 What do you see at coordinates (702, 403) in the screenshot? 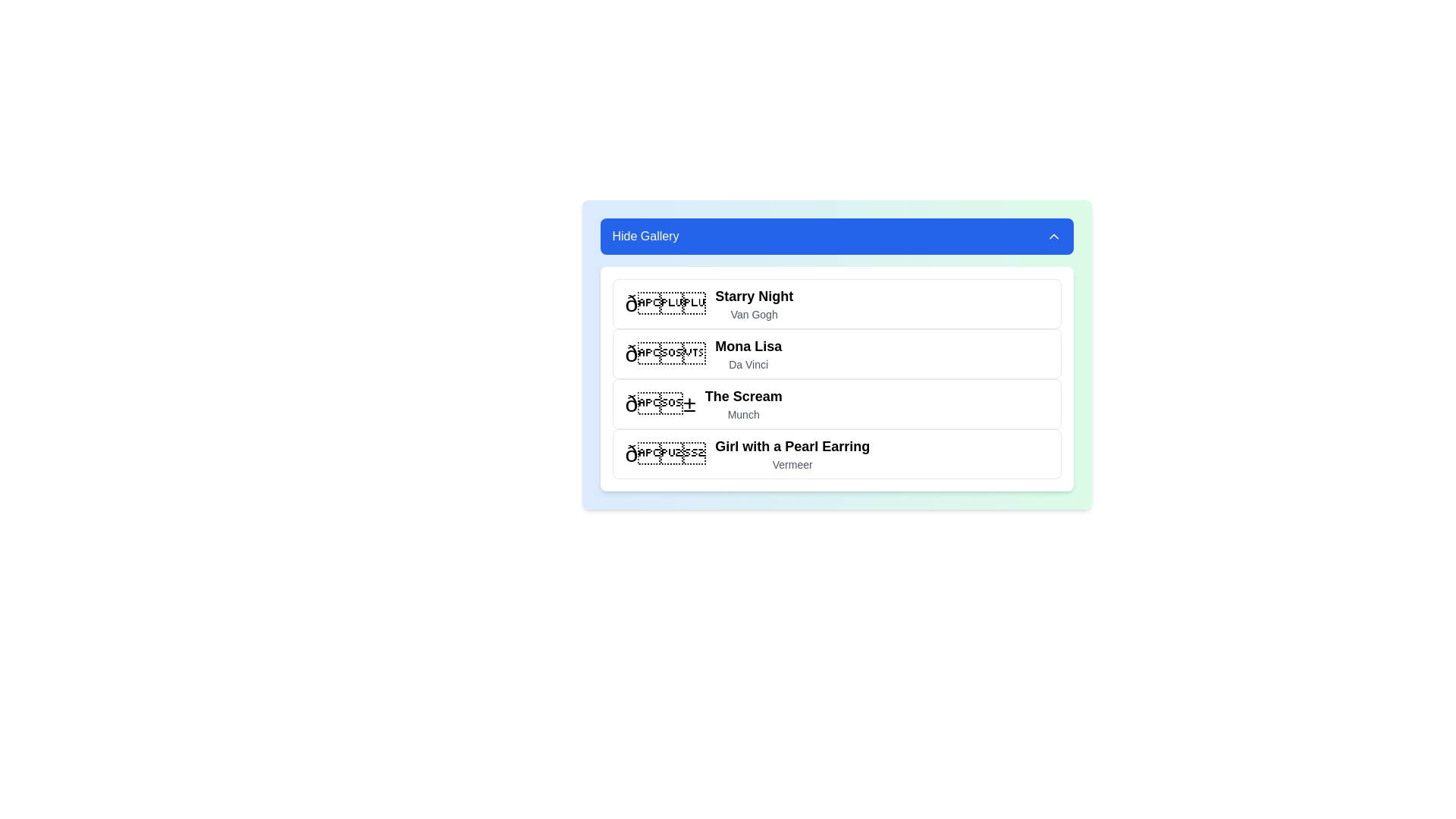
I see `the third item in the list labeled 'The Scream' by 'Munch'` at bounding box center [702, 403].